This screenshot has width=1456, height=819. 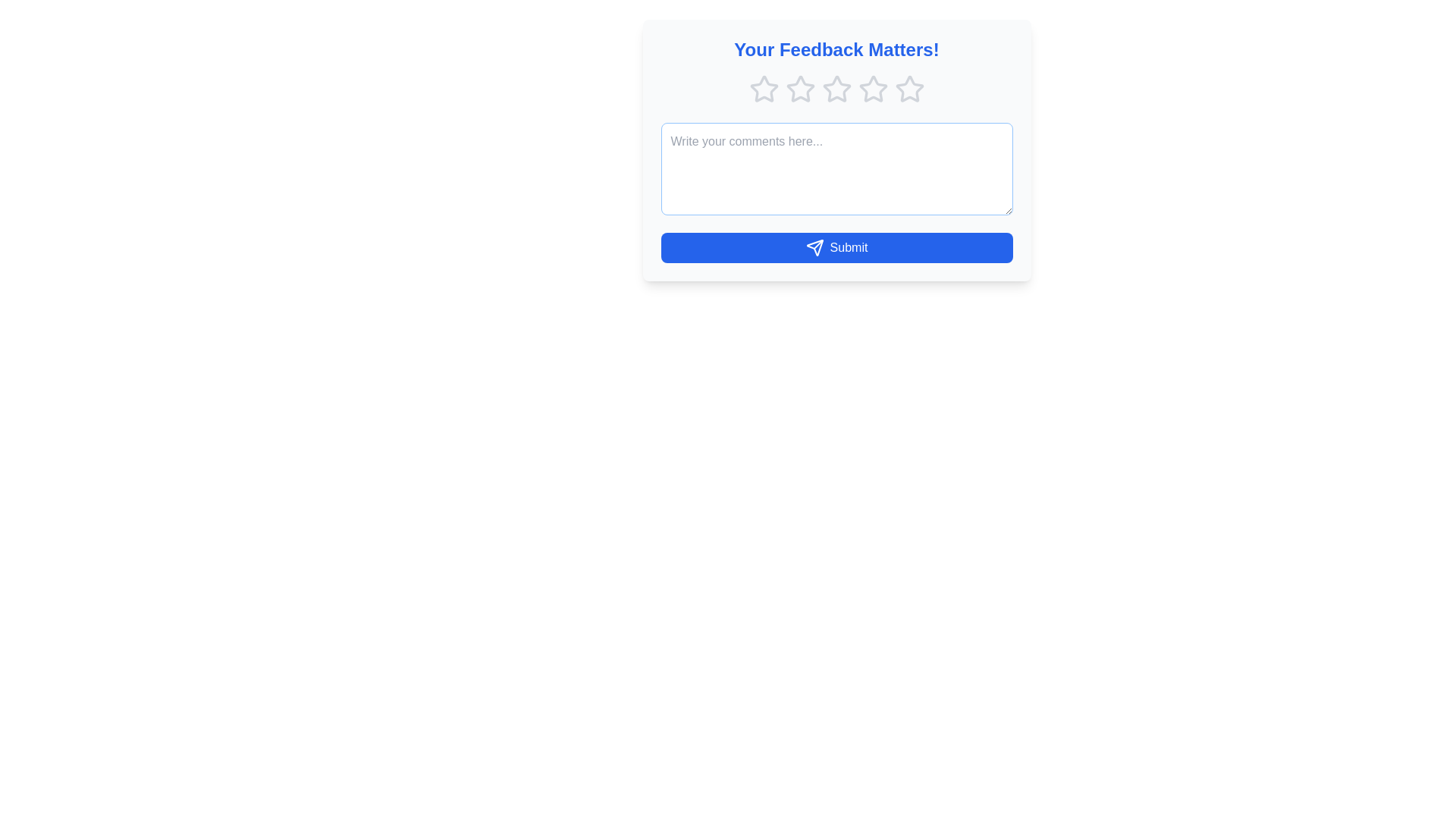 I want to click on the 'Submit' button's icon by navigating via keyboard to enhance user interaction for submitting feedback, so click(x=814, y=247).